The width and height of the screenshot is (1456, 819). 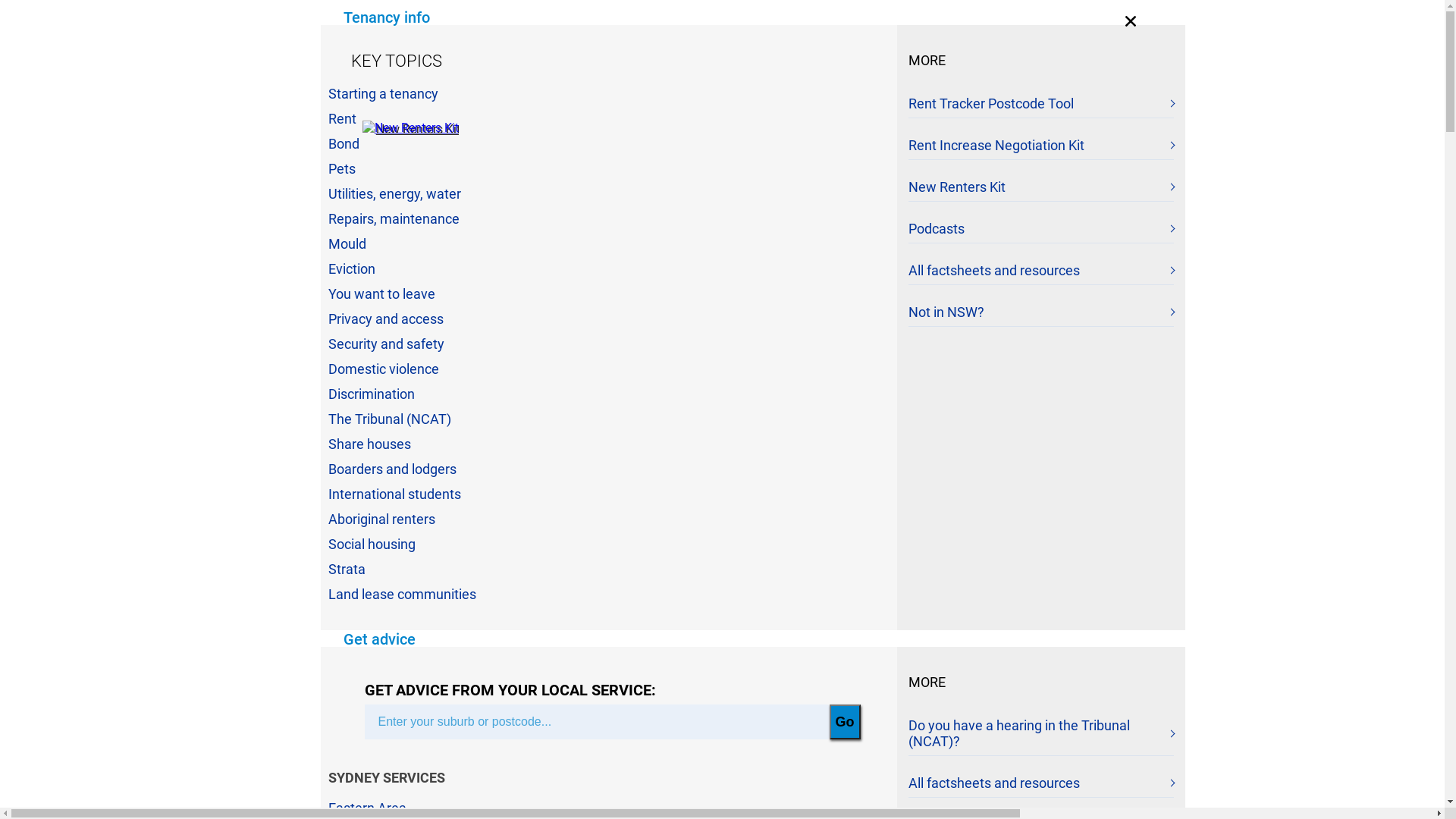 I want to click on 'Rent Tracker Postcode Tool', so click(x=1040, y=106).